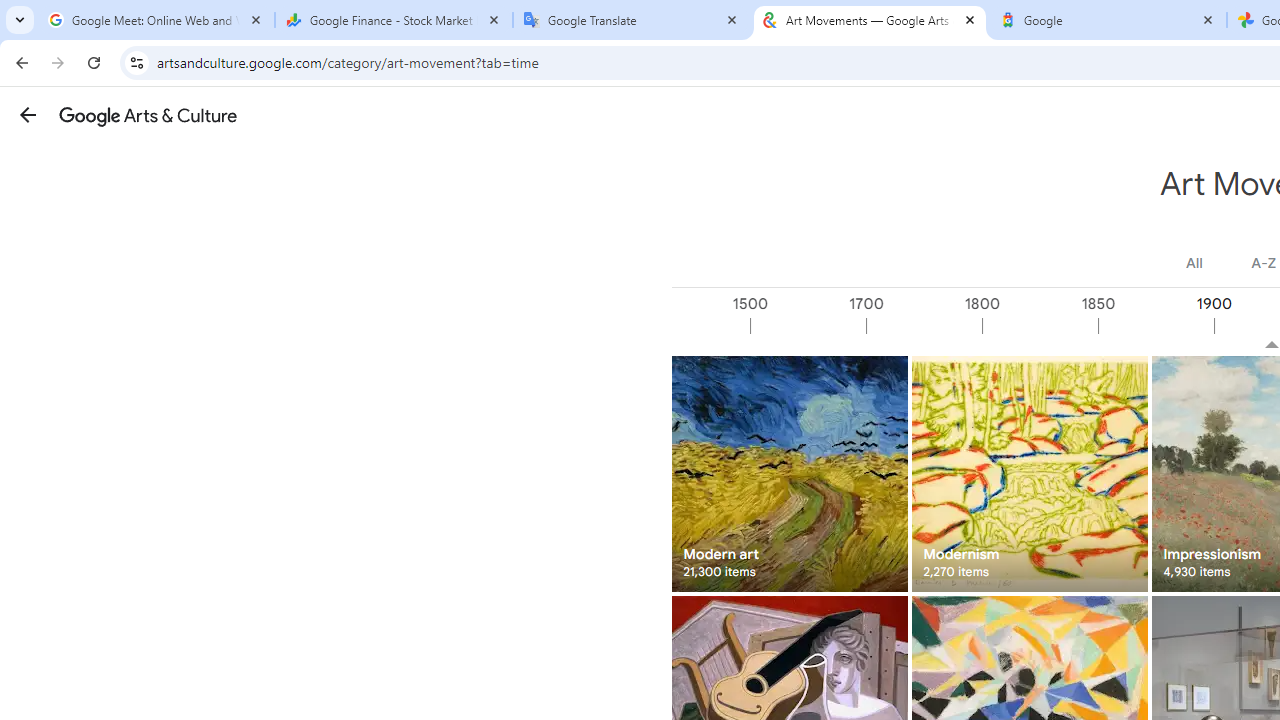  I want to click on 'Modernism 2,270 items', so click(1029, 473).